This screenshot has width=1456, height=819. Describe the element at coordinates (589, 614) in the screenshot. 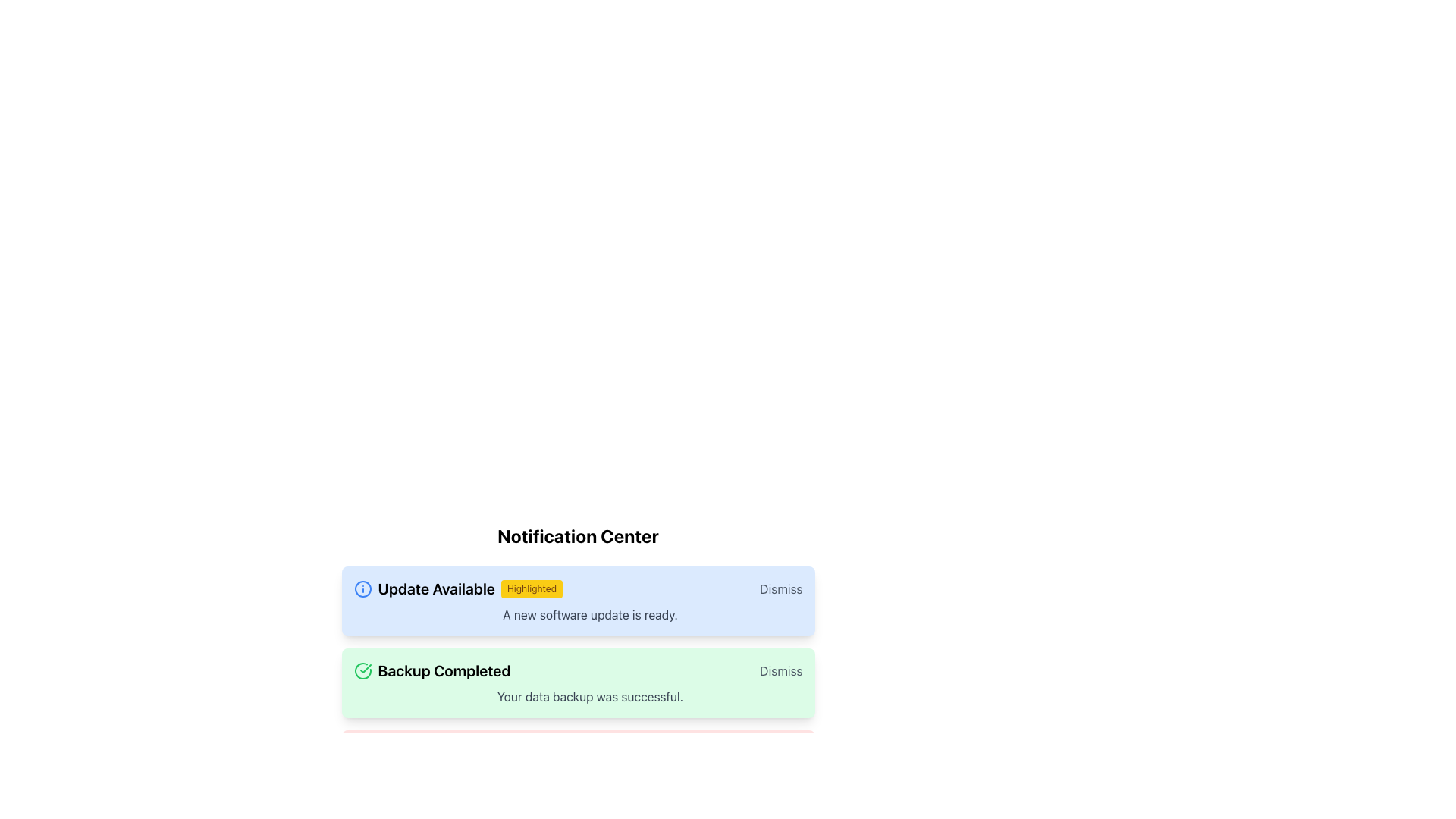

I see `the text element displaying 'A new software update is ready.' located in the notification card below the 'Notification Center' header` at that location.